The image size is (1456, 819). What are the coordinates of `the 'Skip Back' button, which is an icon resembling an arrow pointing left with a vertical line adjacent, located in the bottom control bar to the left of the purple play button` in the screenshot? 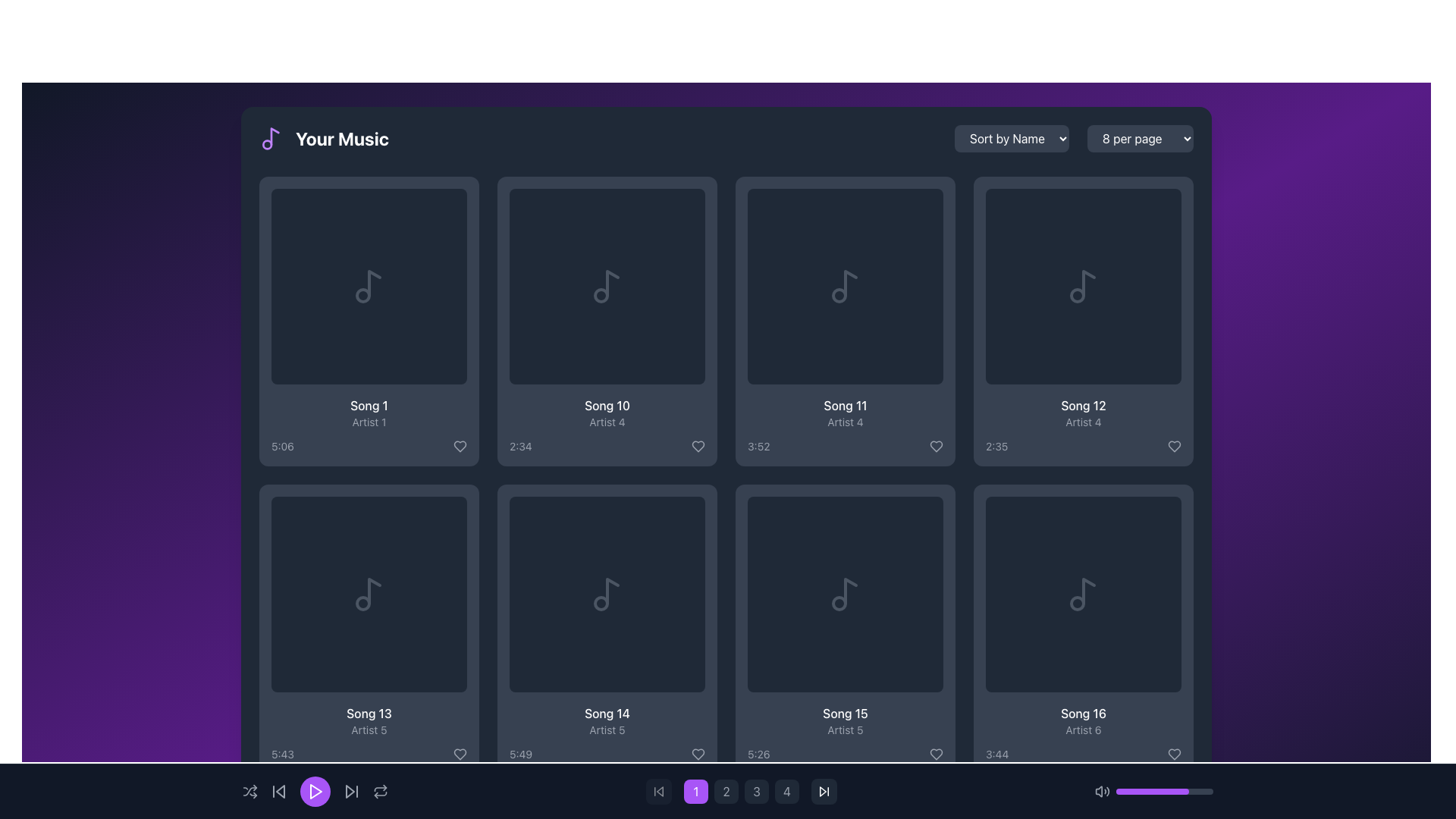 It's located at (658, 791).